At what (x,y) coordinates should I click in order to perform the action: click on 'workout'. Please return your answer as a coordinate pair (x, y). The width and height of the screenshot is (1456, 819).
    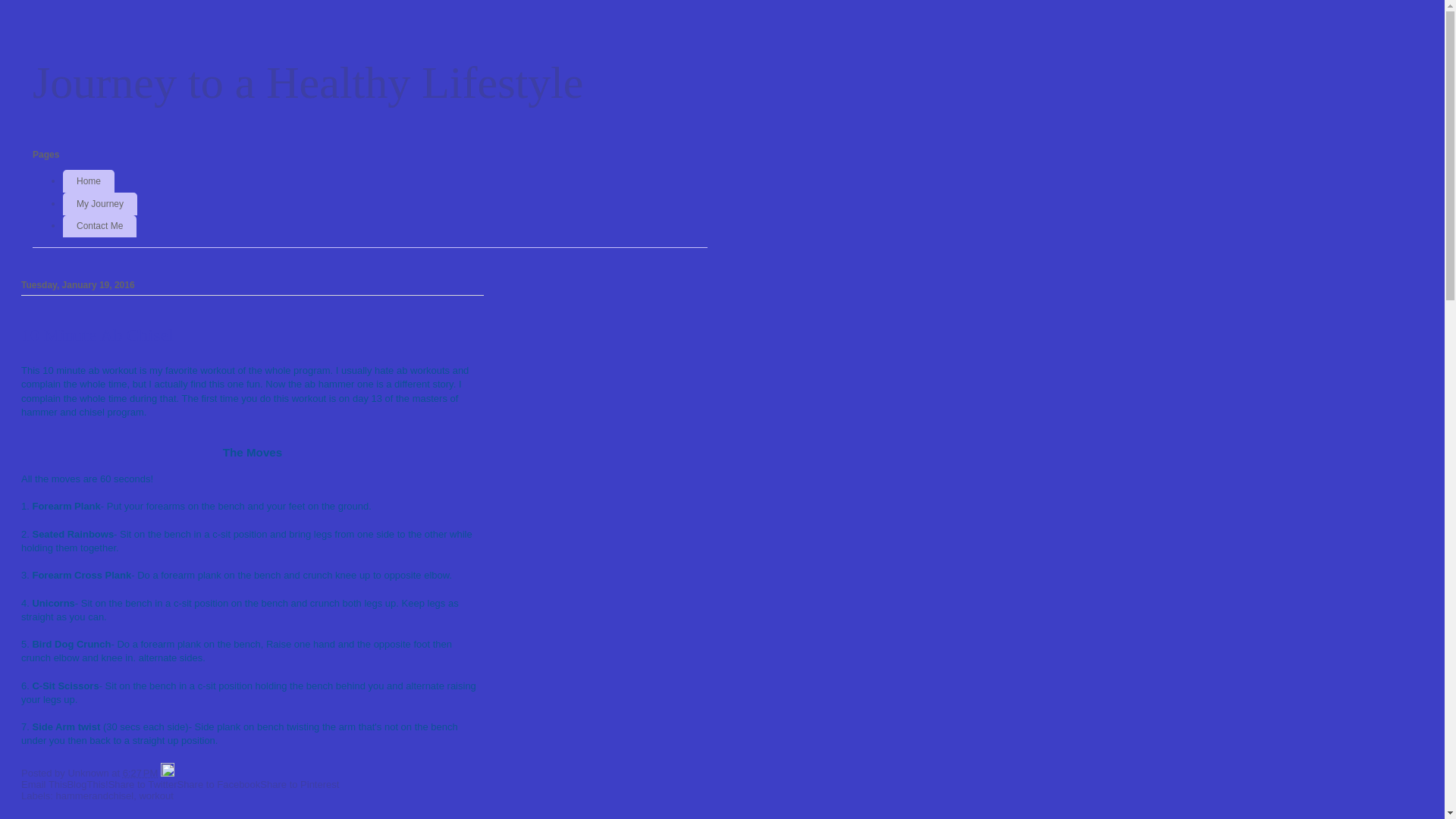
    Looking at the image, I should click on (156, 795).